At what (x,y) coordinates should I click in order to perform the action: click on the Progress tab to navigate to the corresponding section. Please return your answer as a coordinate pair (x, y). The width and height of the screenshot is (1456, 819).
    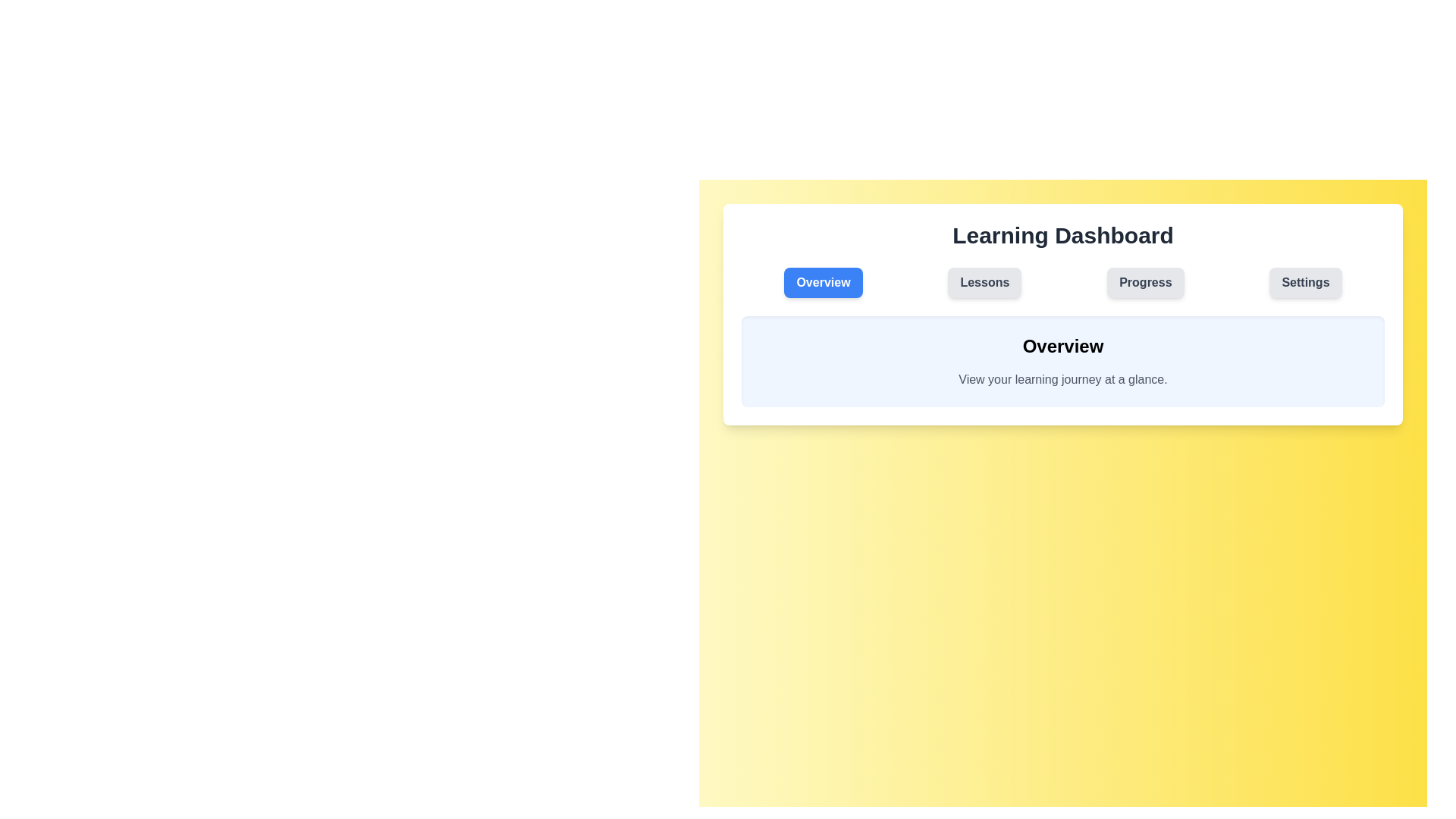
    Looking at the image, I should click on (1145, 283).